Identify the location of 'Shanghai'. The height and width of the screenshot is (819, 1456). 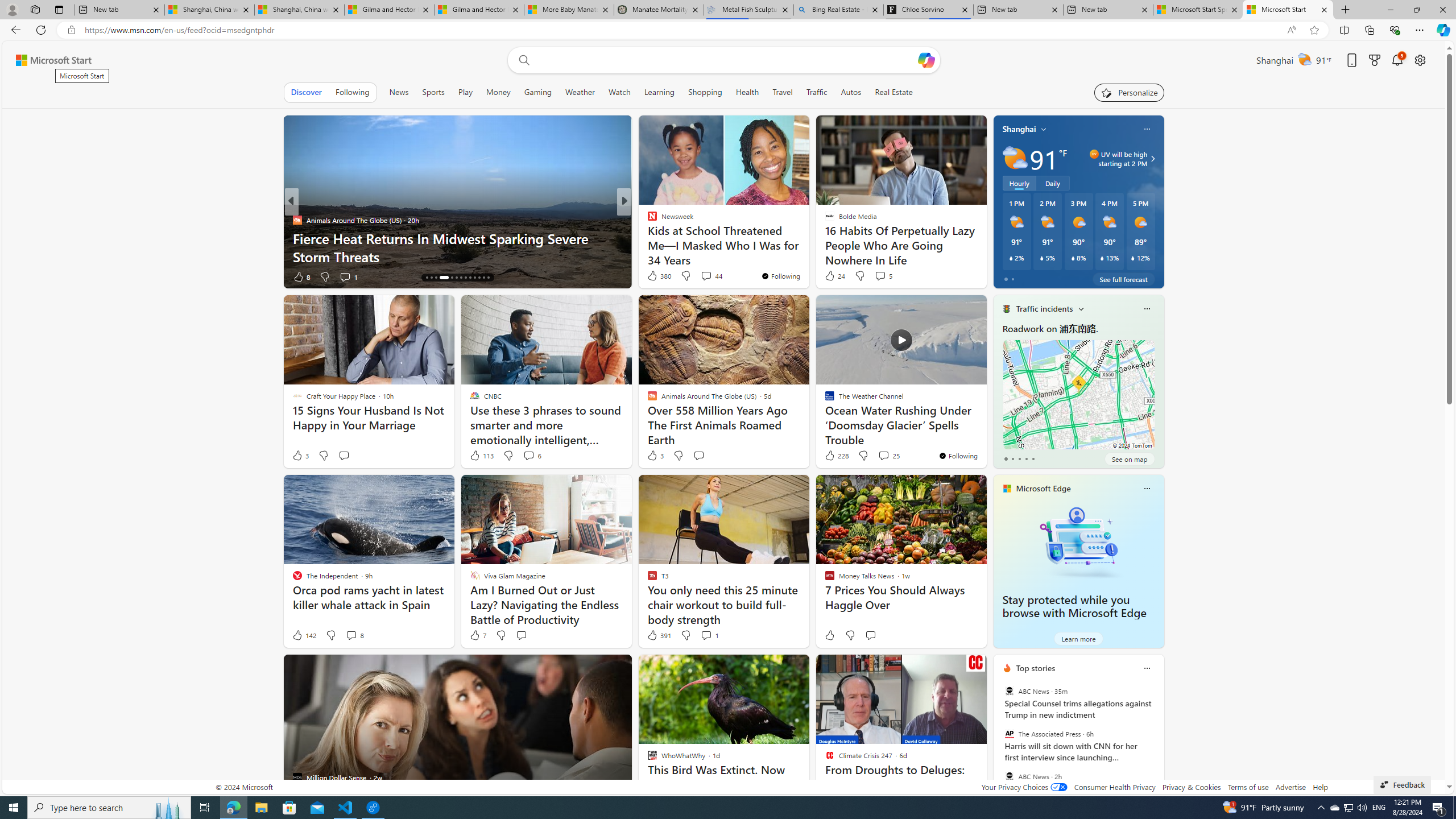
(1019, 128).